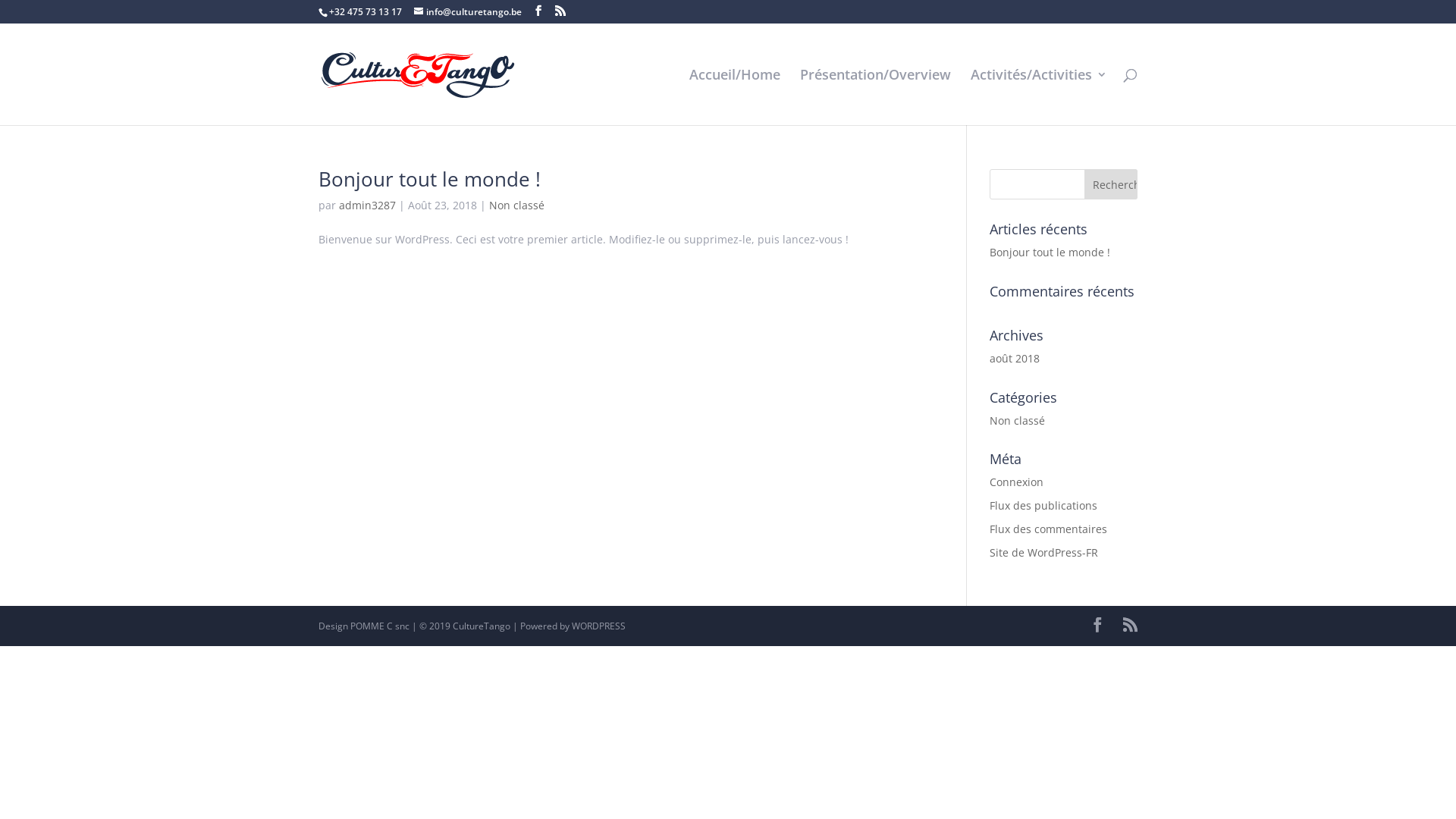 This screenshot has width=1456, height=819. What do you see at coordinates (1110, 184) in the screenshot?
I see `'Rechercher'` at bounding box center [1110, 184].